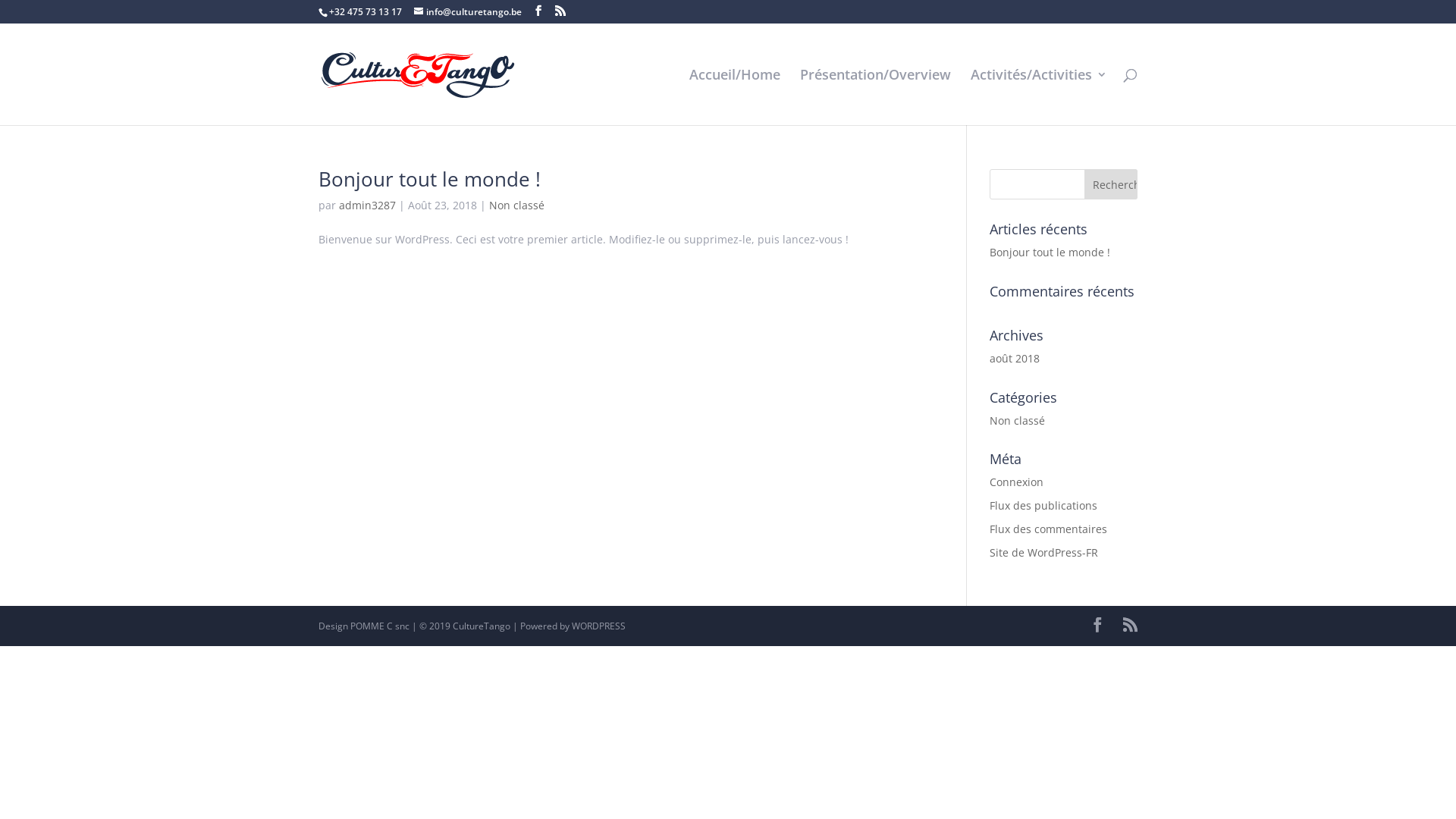 This screenshot has width=1456, height=819. What do you see at coordinates (1110, 184) in the screenshot?
I see `'Rechercher'` at bounding box center [1110, 184].